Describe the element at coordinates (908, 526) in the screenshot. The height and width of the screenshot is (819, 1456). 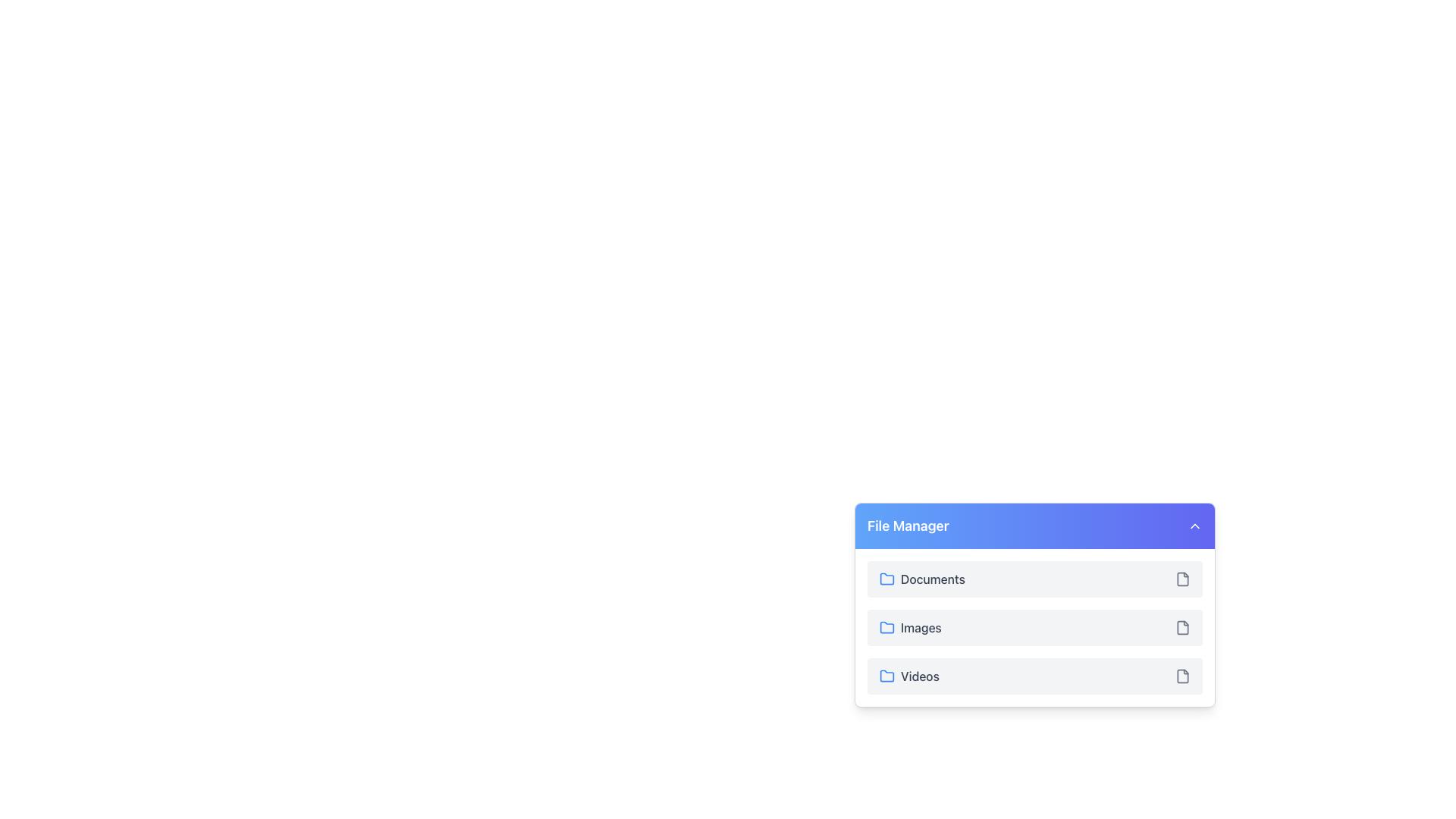
I see `text content of the Text Label located in the header bar, which indicates the purpose or identity of the associated section` at that location.